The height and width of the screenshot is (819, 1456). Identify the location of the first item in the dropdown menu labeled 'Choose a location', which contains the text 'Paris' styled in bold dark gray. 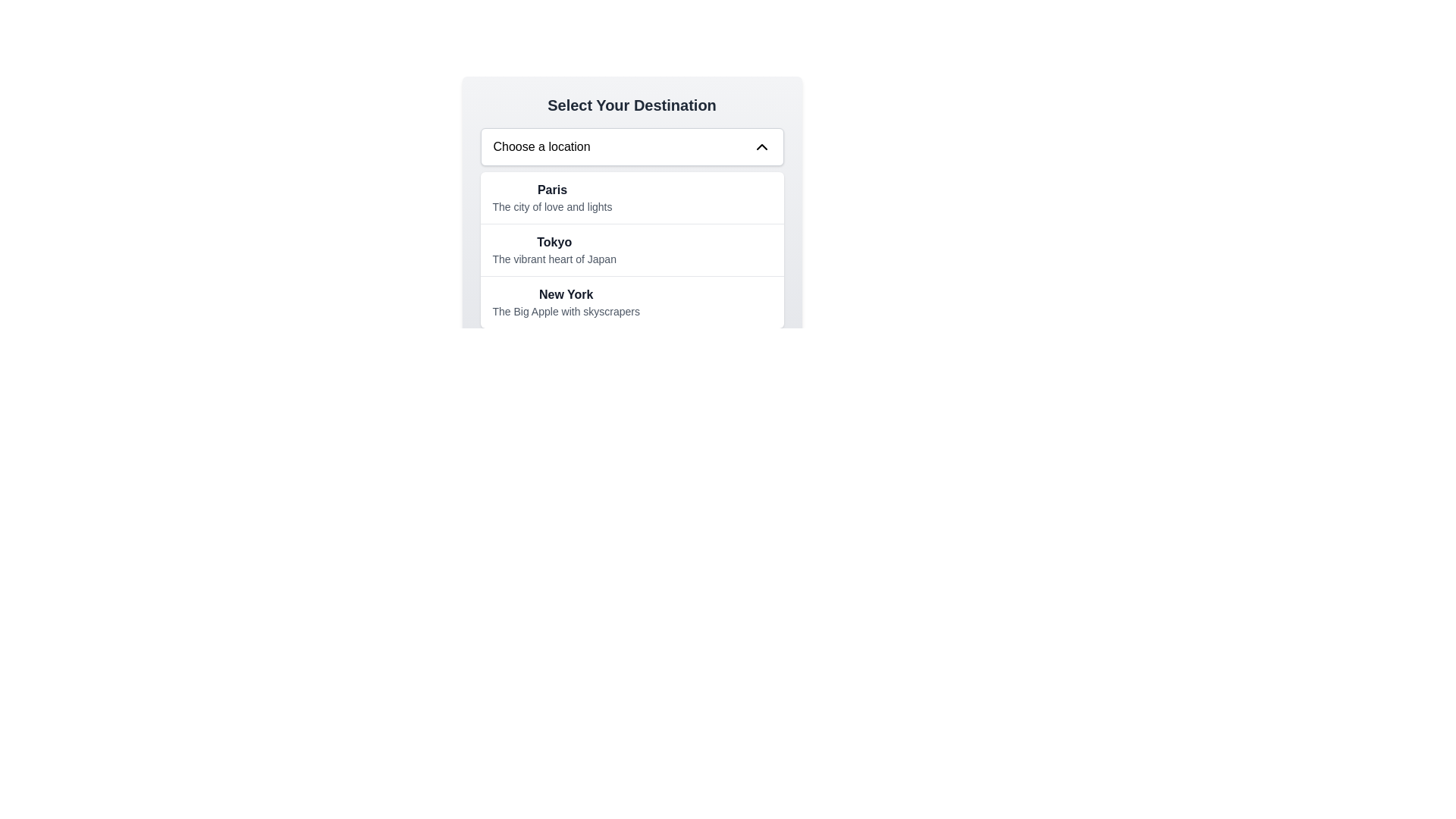
(551, 197).